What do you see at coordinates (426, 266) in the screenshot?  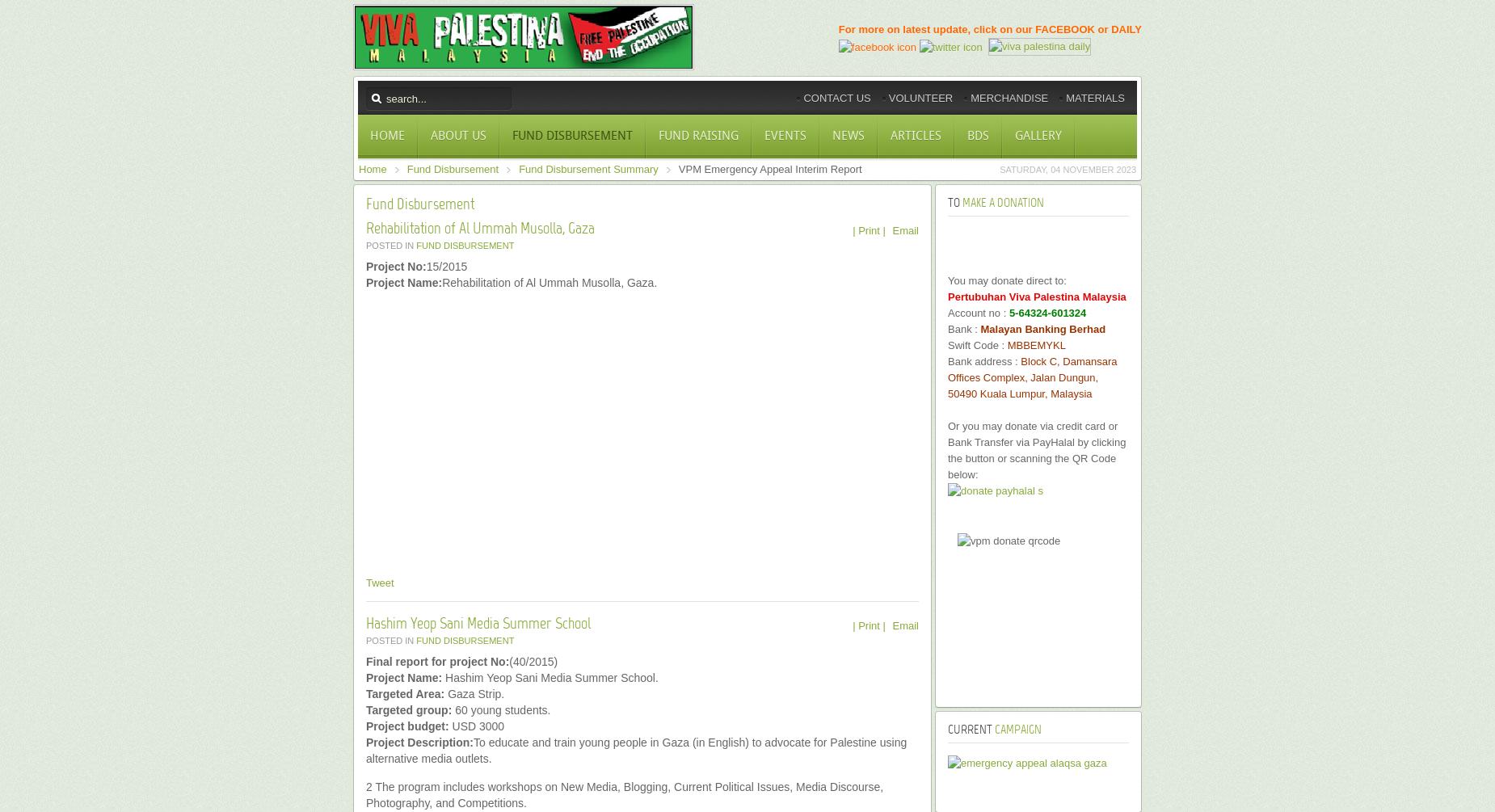 I see `'15/2015'` at bounding box center [426, 266].